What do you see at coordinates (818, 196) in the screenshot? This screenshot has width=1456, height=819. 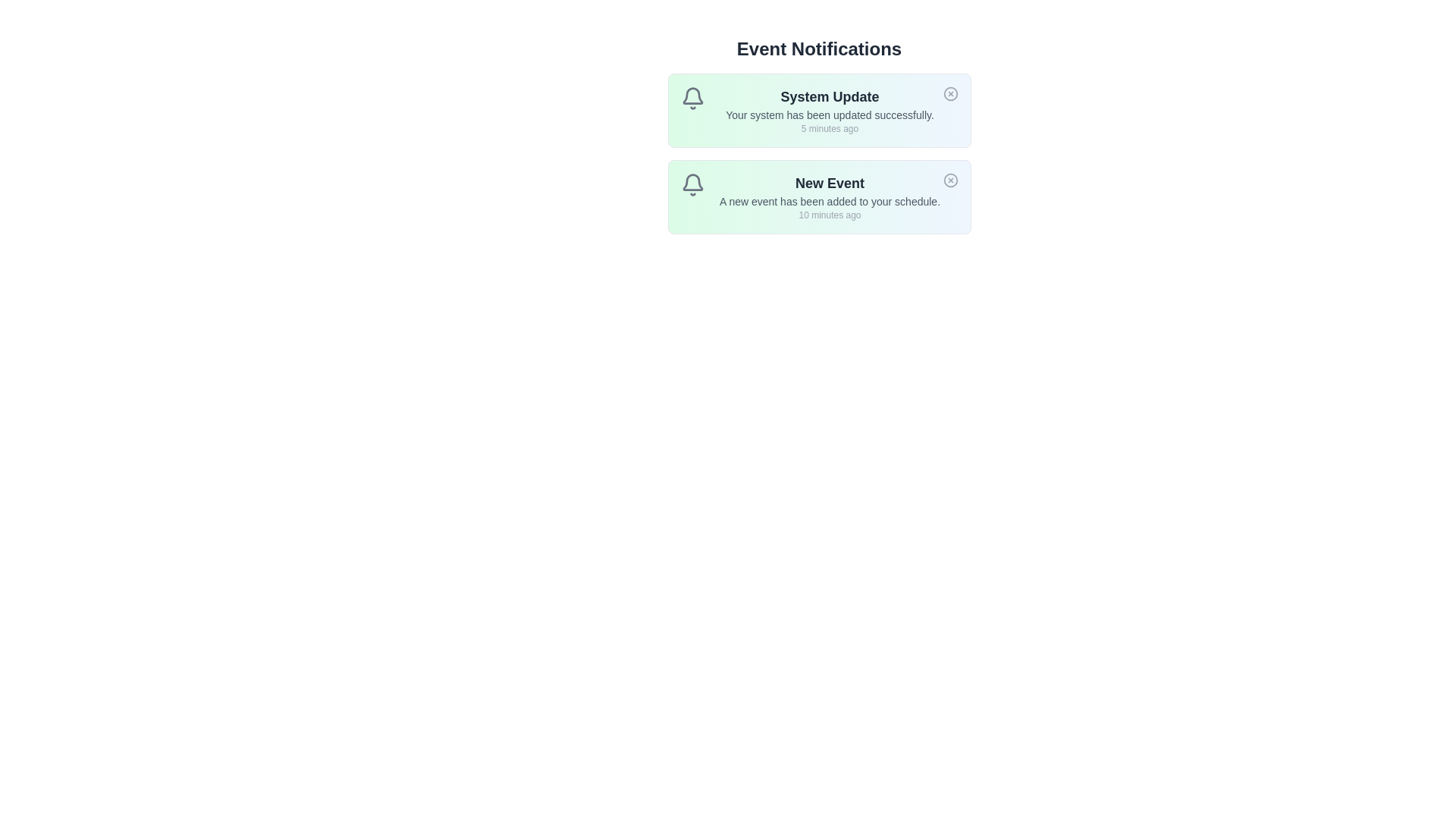 I see `the notification titled New Event to read its details` at bounding box center [818, 196].